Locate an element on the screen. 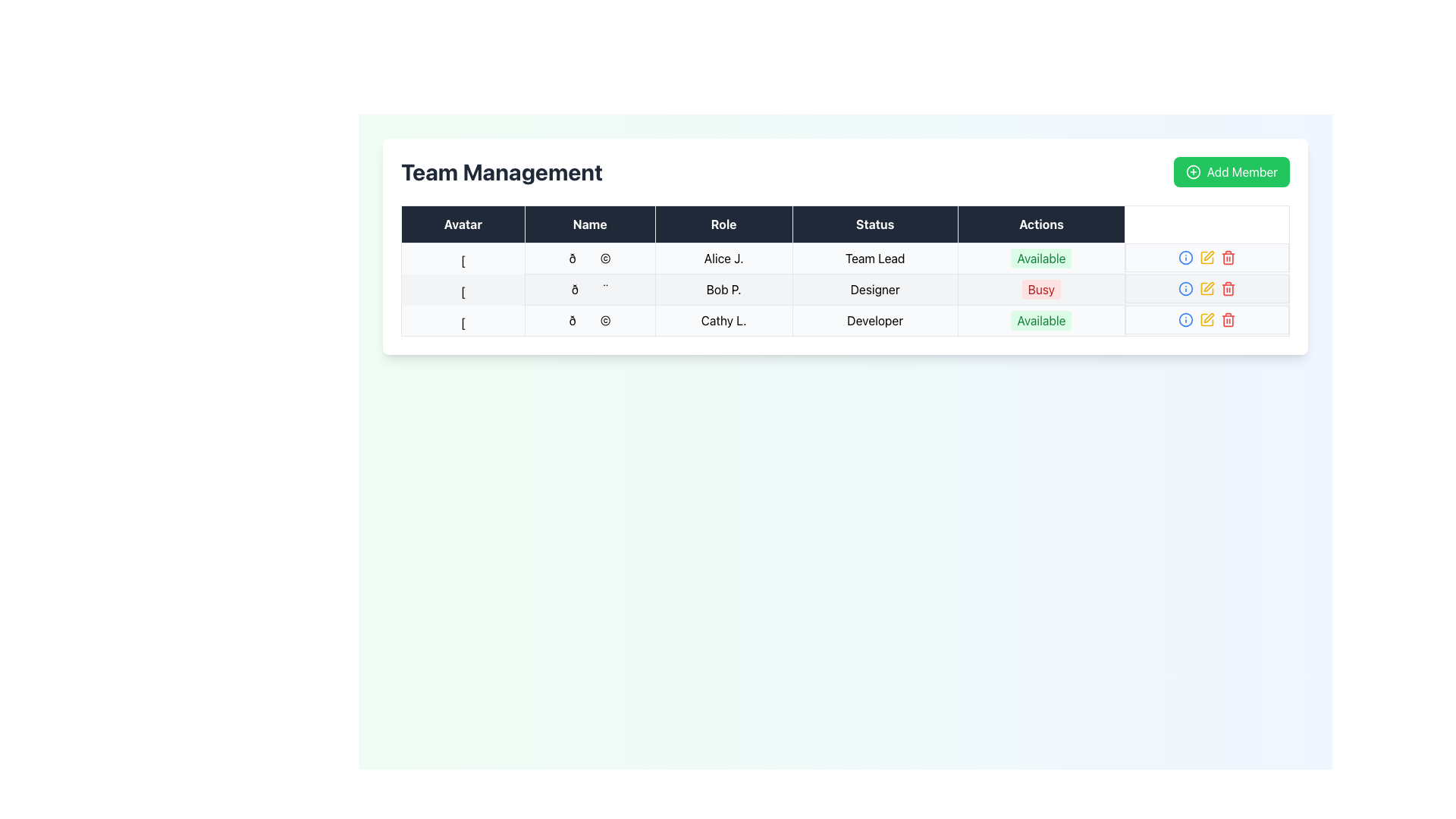  the circular information icon in the second row of the 'Team Management' table, which corresponds to user 'Bob P.' is located at coordinates (1185, 288).